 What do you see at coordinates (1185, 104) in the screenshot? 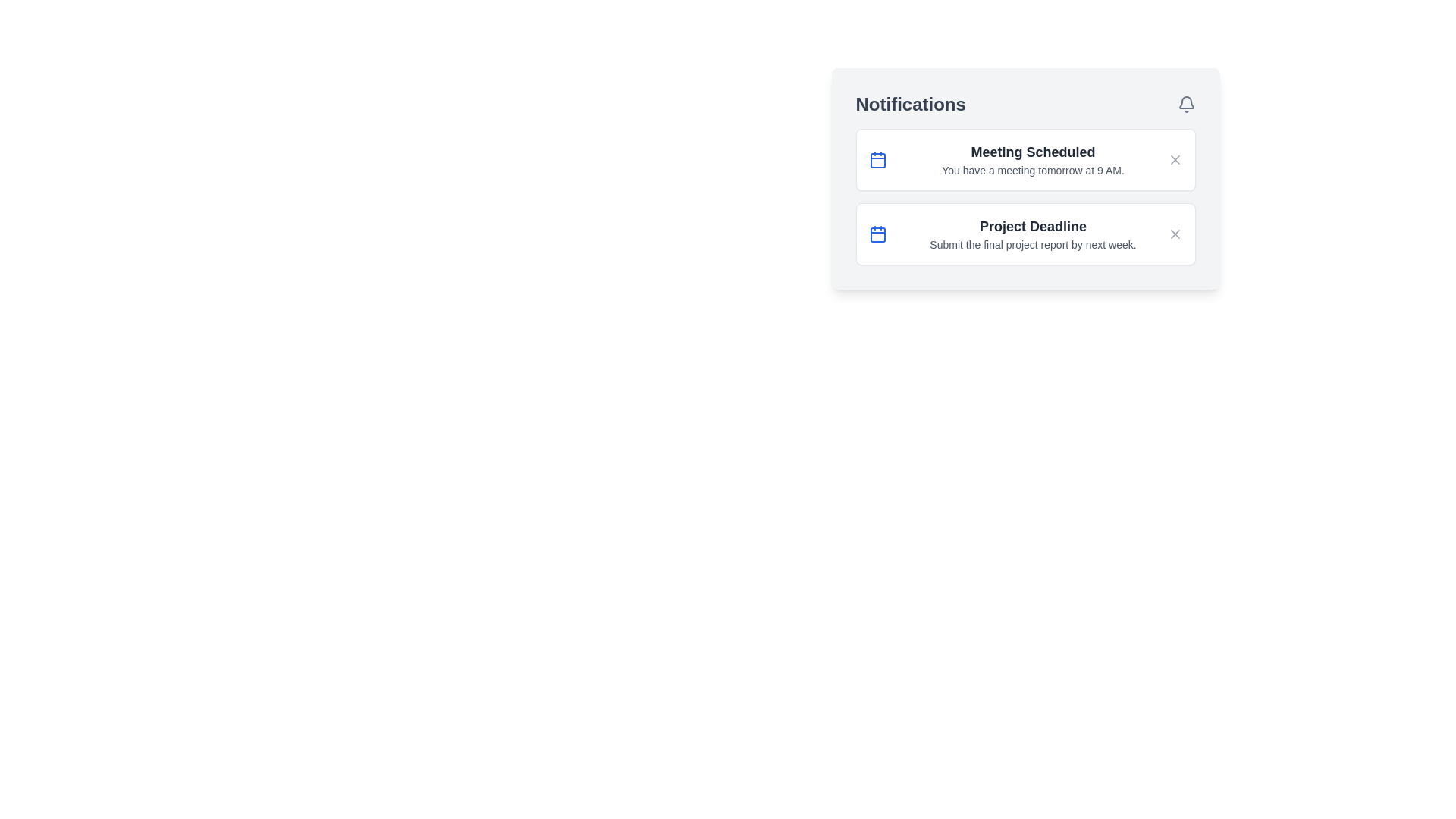
I see `the bell icon in the header` at bounding box center [1185, 104].